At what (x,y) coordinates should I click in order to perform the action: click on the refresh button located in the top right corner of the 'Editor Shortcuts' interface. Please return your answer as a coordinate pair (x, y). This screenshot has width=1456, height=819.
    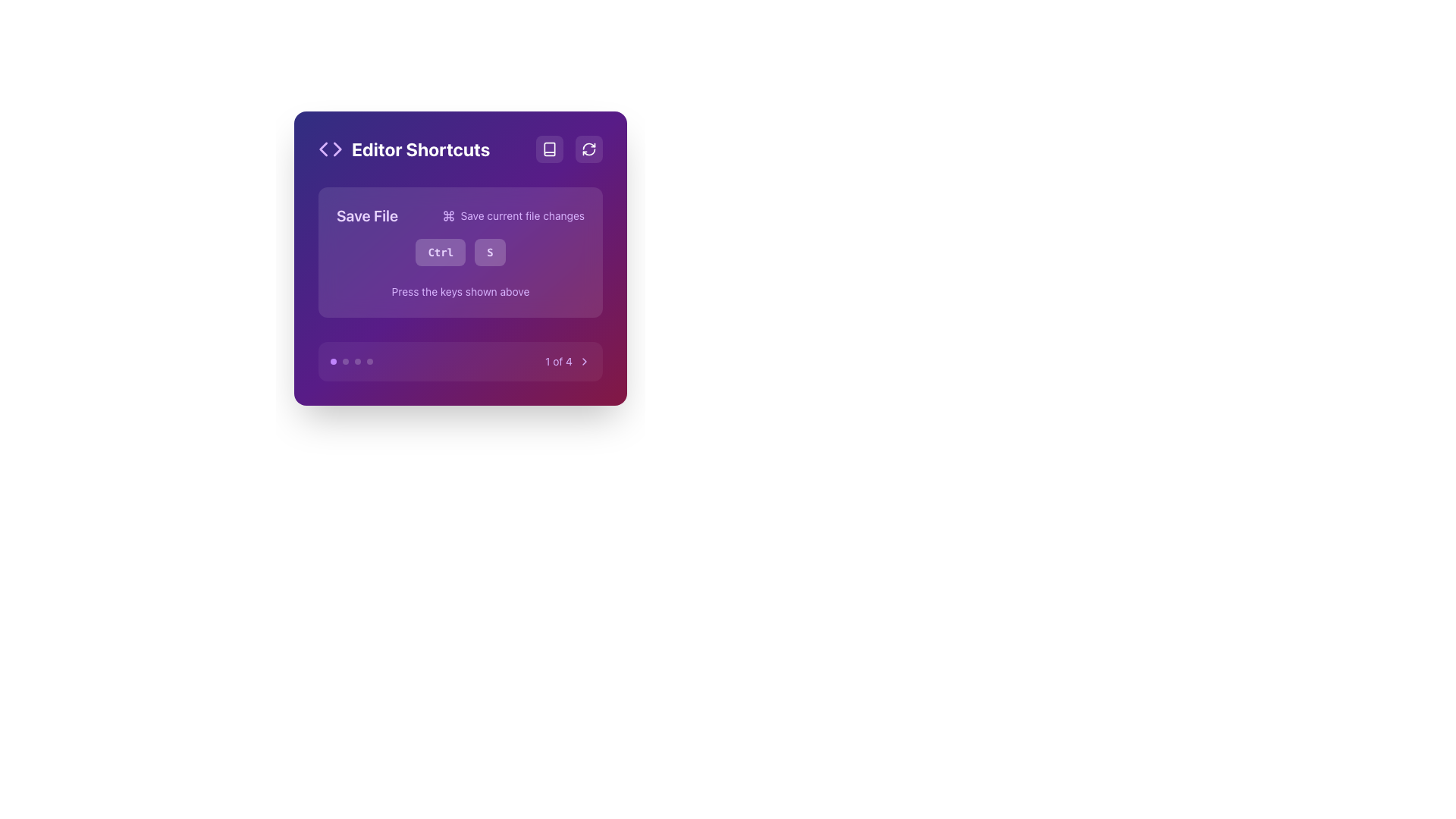
    Looking at the image, I should click on (588, 149).